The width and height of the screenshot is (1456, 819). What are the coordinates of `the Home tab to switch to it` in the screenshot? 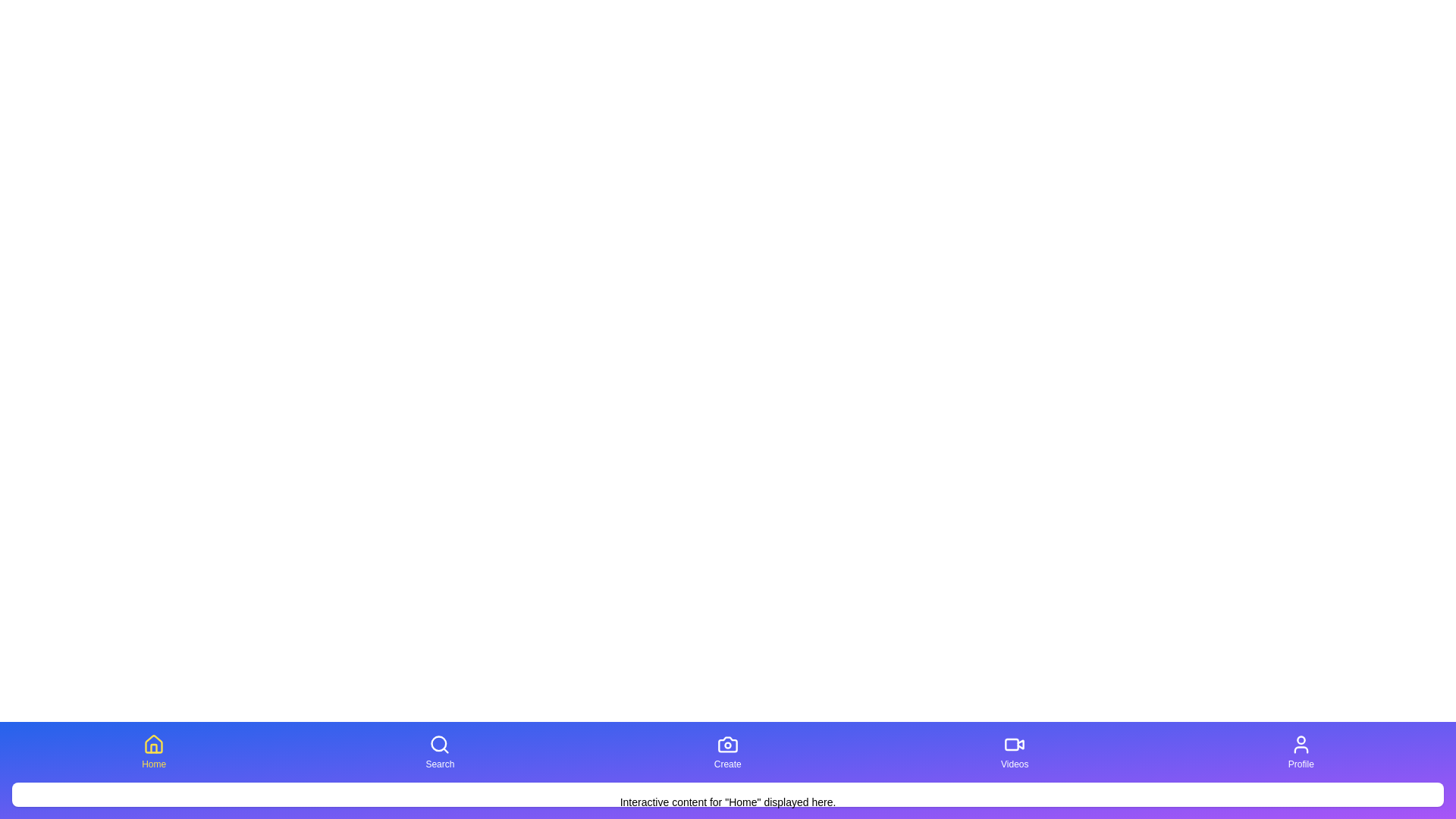 It's located at (153, 752).